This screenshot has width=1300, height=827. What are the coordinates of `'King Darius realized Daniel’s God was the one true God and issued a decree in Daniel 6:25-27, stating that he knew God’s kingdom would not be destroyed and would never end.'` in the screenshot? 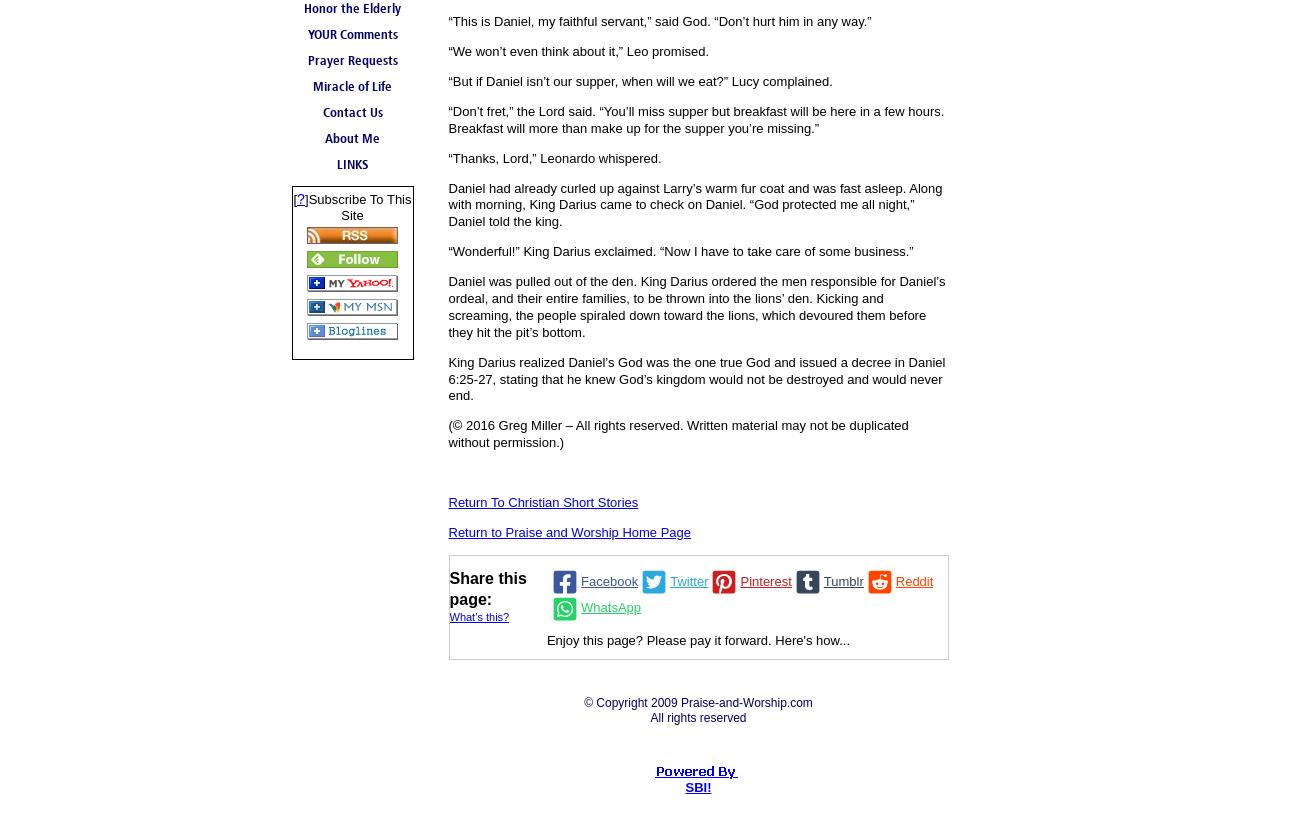 It's located at (695, 377).